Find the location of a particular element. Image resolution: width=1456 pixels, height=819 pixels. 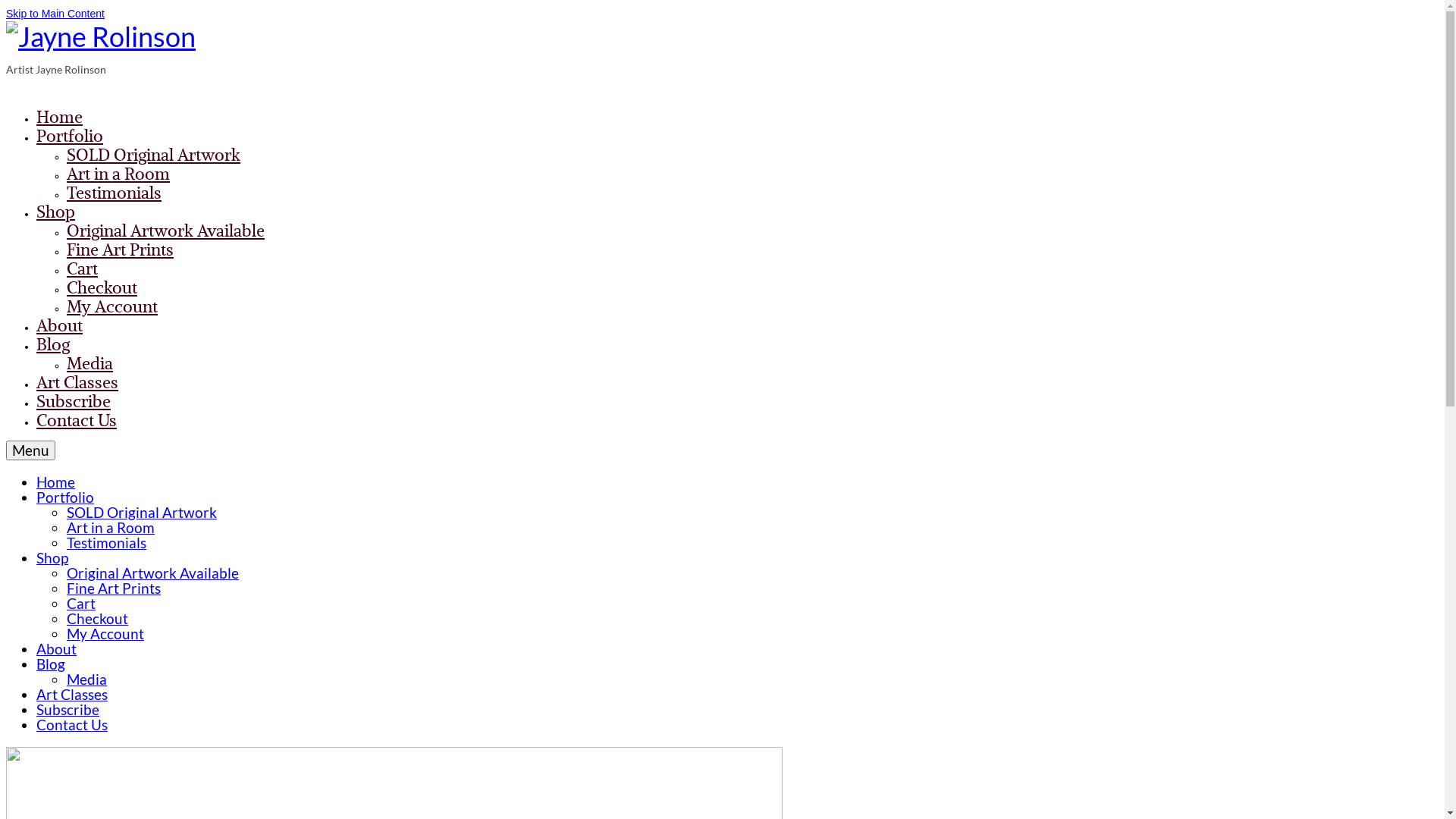

'Contact Us' is located at coordinates (36, 420).